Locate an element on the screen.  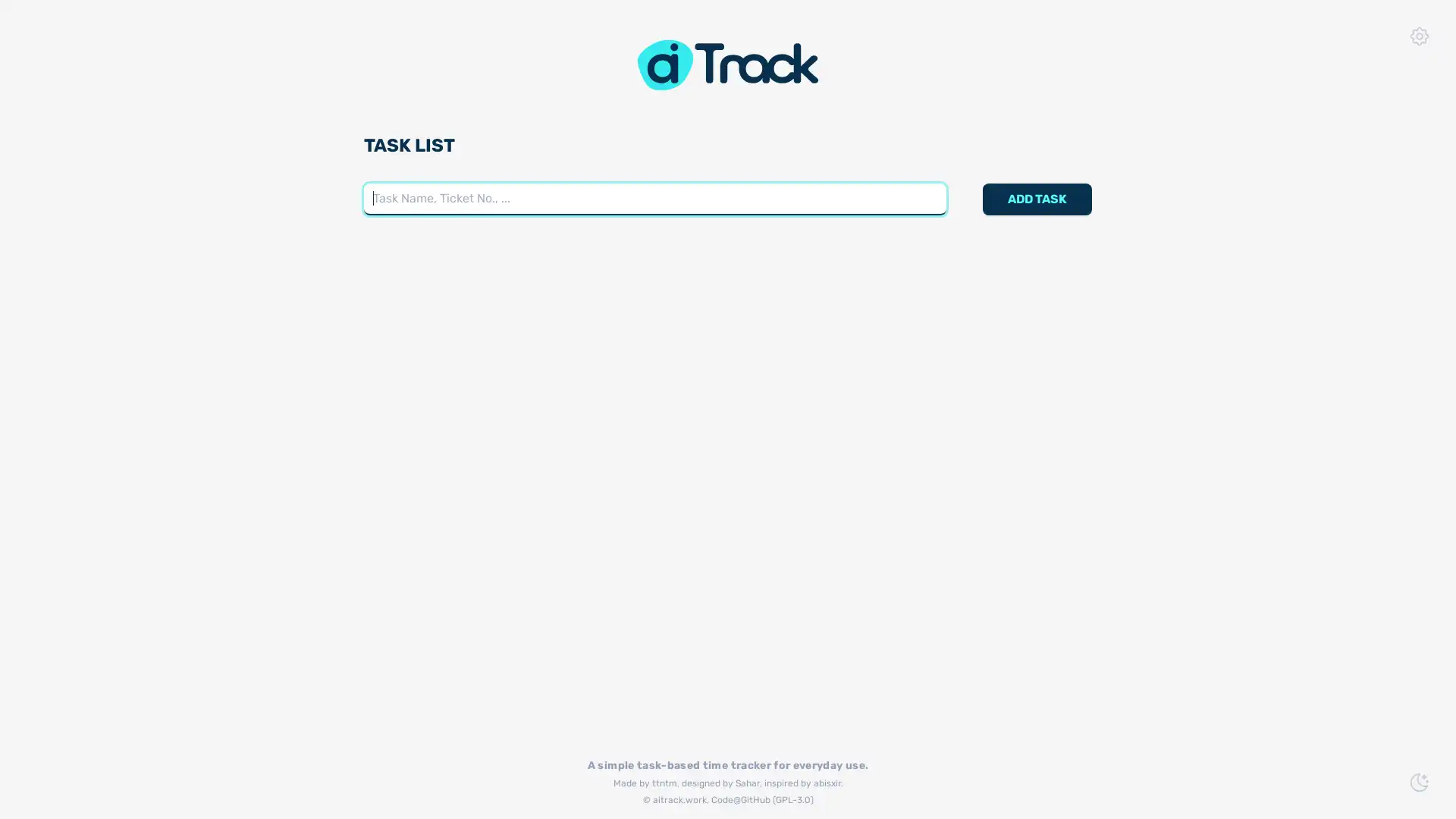
ADD TASK is located at coordinates (1037, 198).